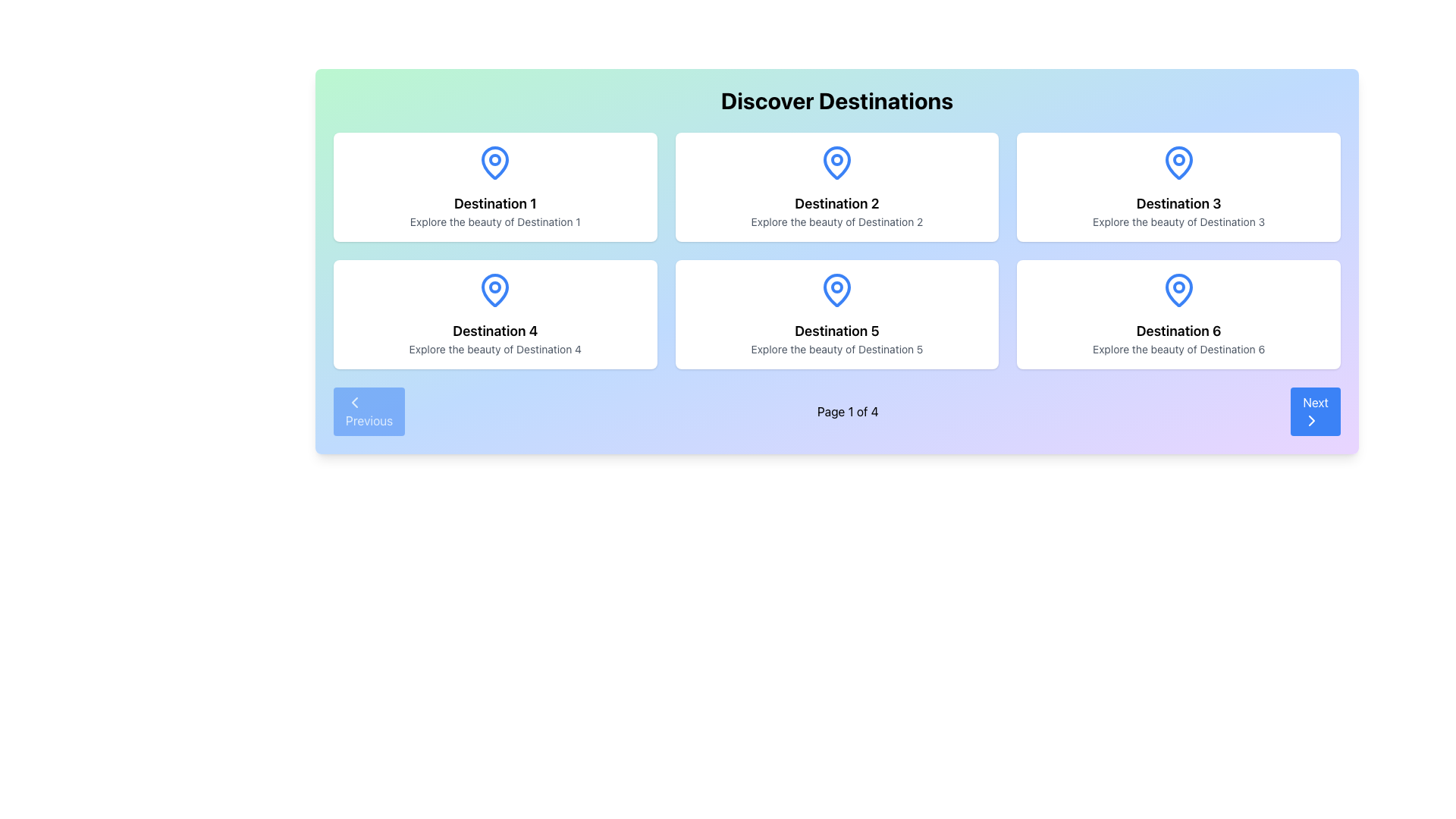  I want to click on the blue pin icon located at the top-center of the card labeled 'Destination 4', so click(495, 290).